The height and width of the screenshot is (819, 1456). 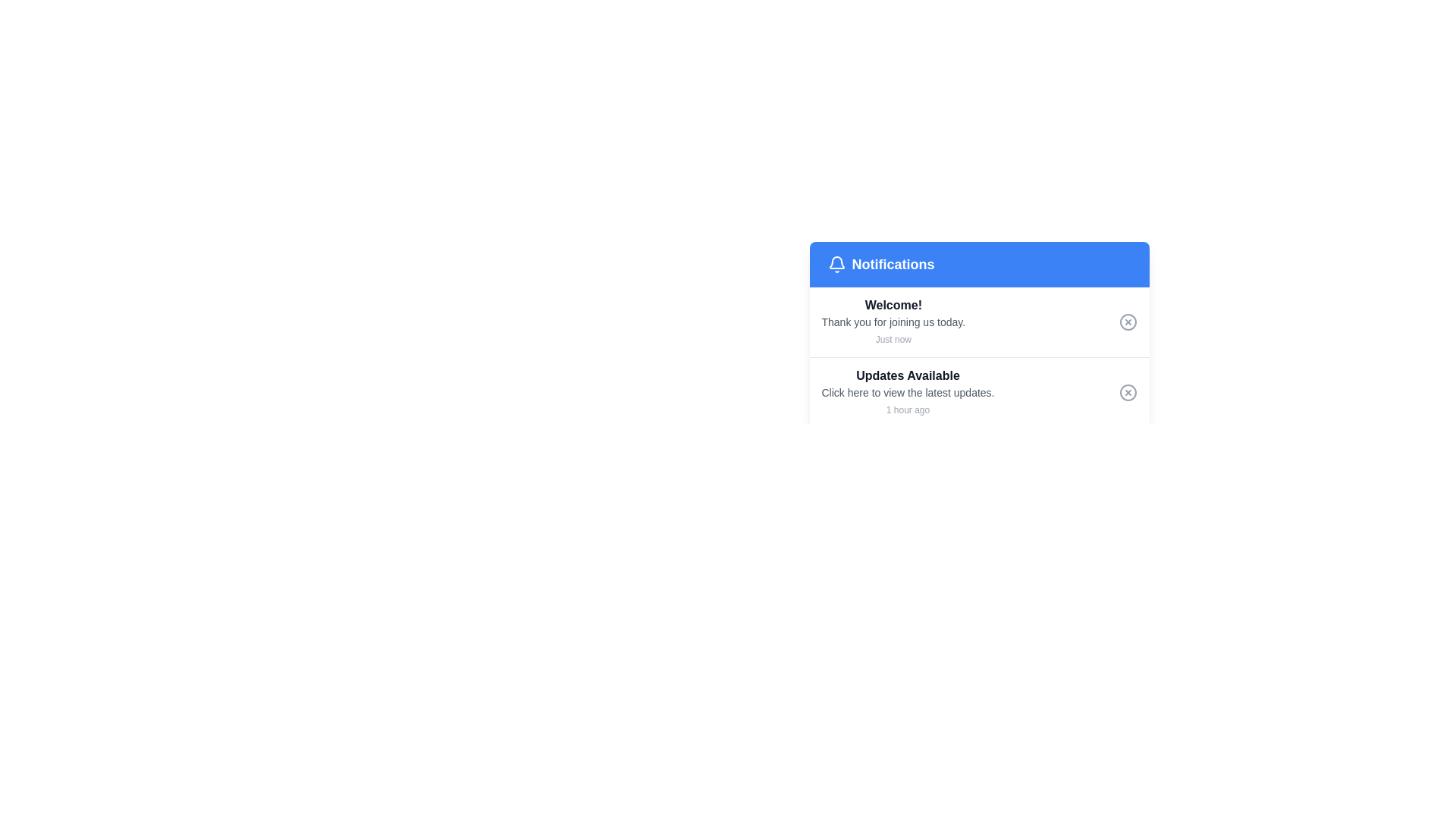 What do you see at coordinates (979, 391) in the screenshot?
I see `the second Notification List Item in the notification list, which provides updates and invites users to click for more details` at bounding box center [979, 391].